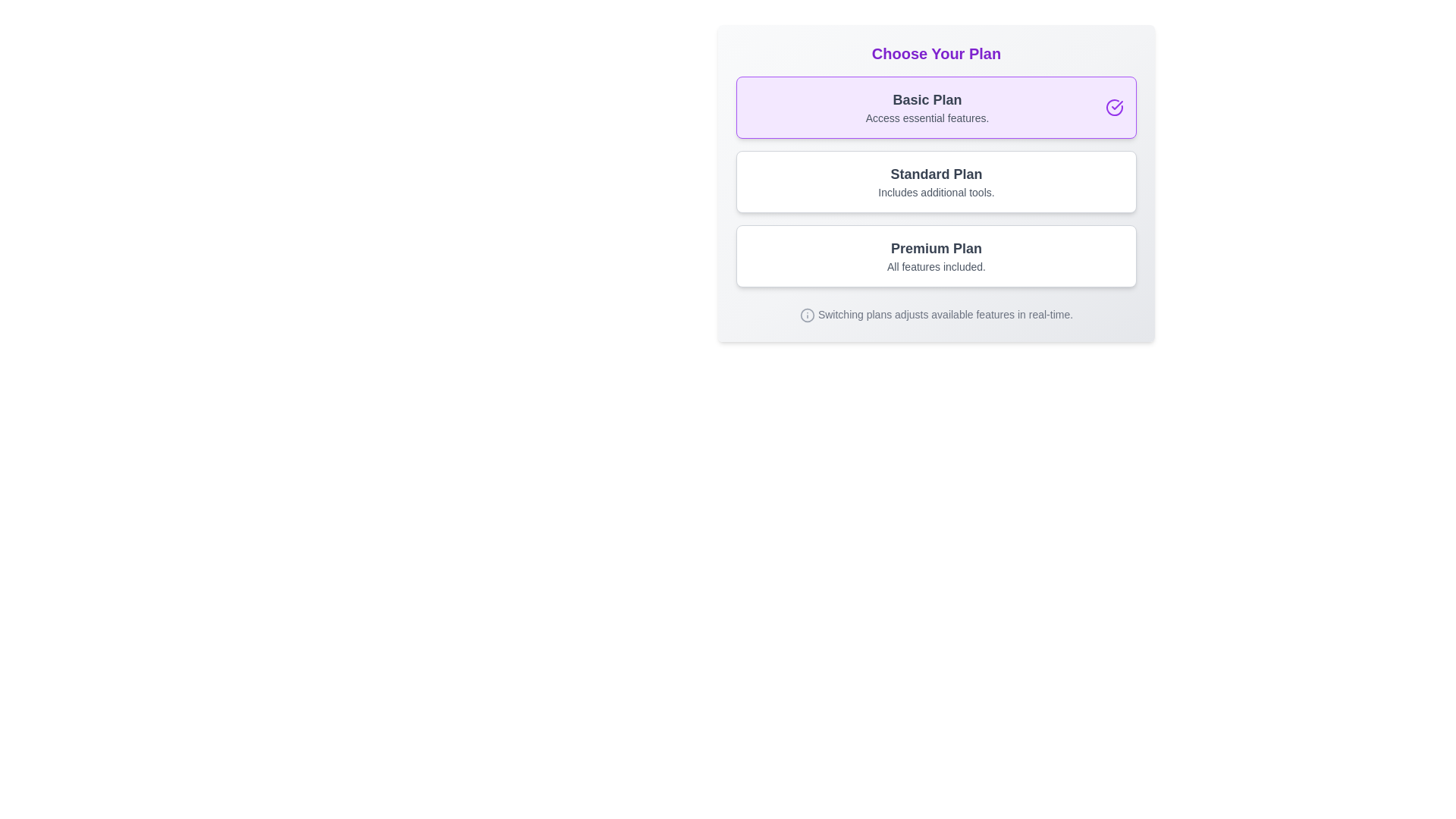 Image resolution: width=1456 pixels, height=819 pixels. What do you see at coordinates (945, 314) in the screenshot?
I see `the gray text label that reads 'Switching plans adjusts available features in real-time.' positioned below the 'Choose Your Plan' section` at bounding box center [945, 314].